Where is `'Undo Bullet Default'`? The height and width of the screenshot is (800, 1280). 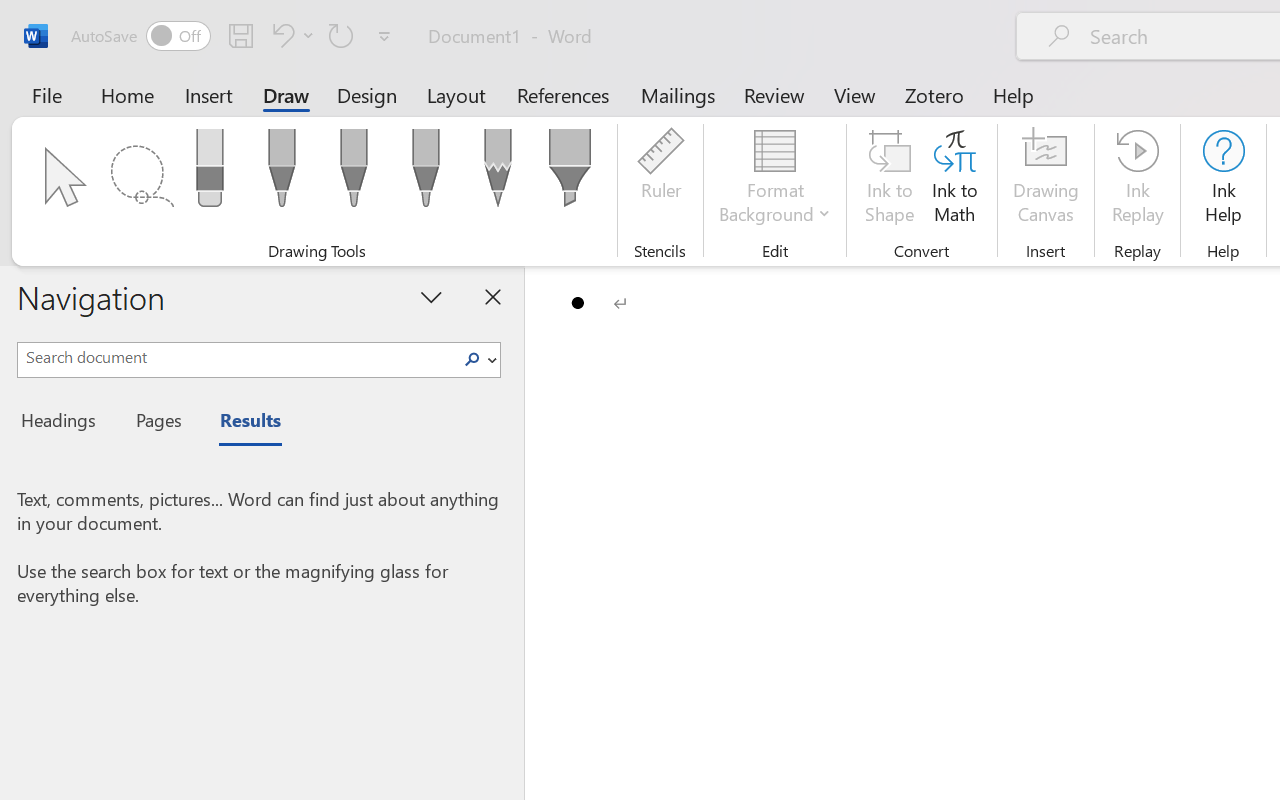 'Undo Bullet Default' is located at coordinates (289, 34).